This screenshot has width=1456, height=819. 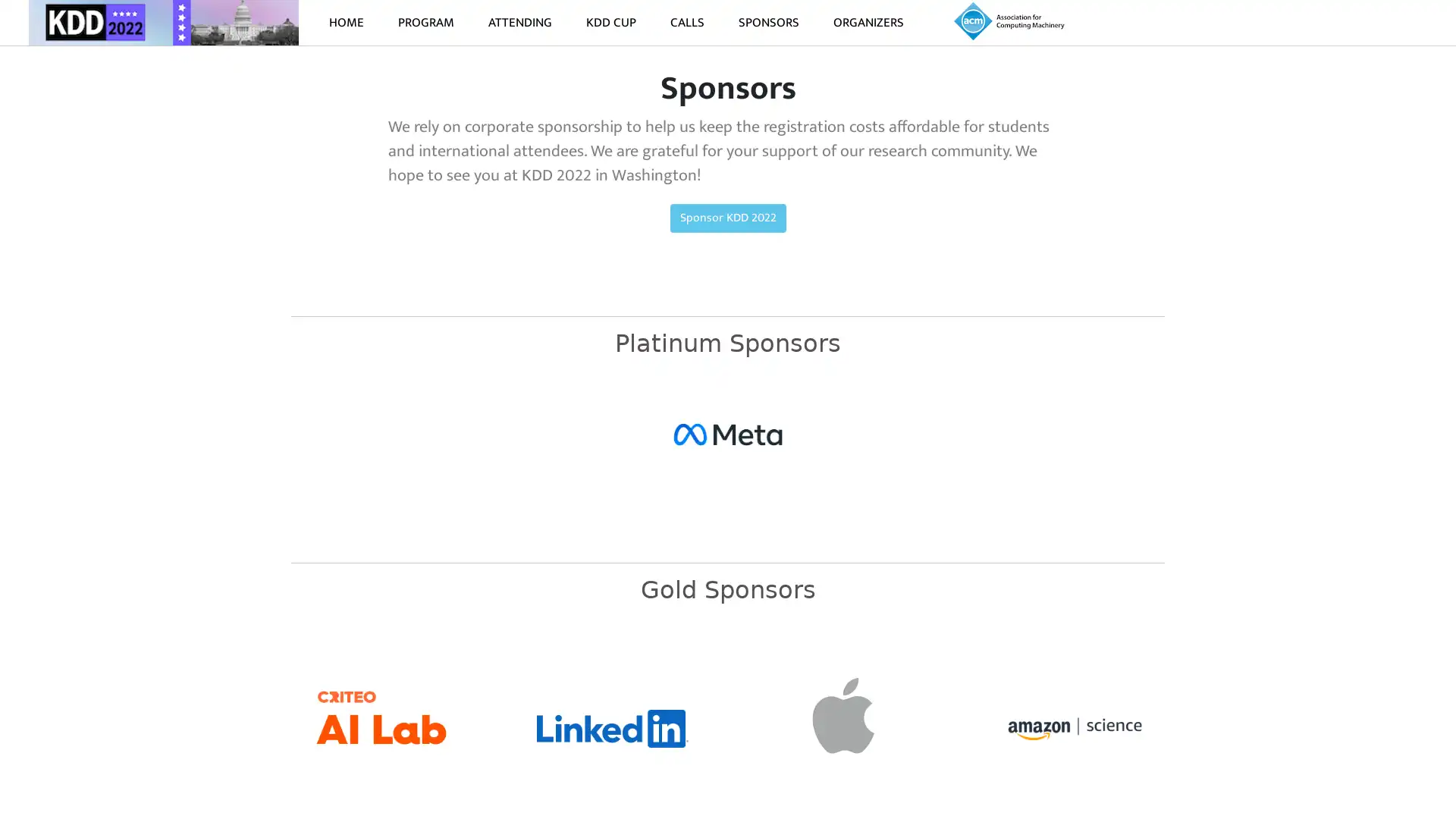 What do you see at coordinates (726, 217) in the screenshot?
I see `Sponsor KDD 2022` at bounding box center [726, 217].